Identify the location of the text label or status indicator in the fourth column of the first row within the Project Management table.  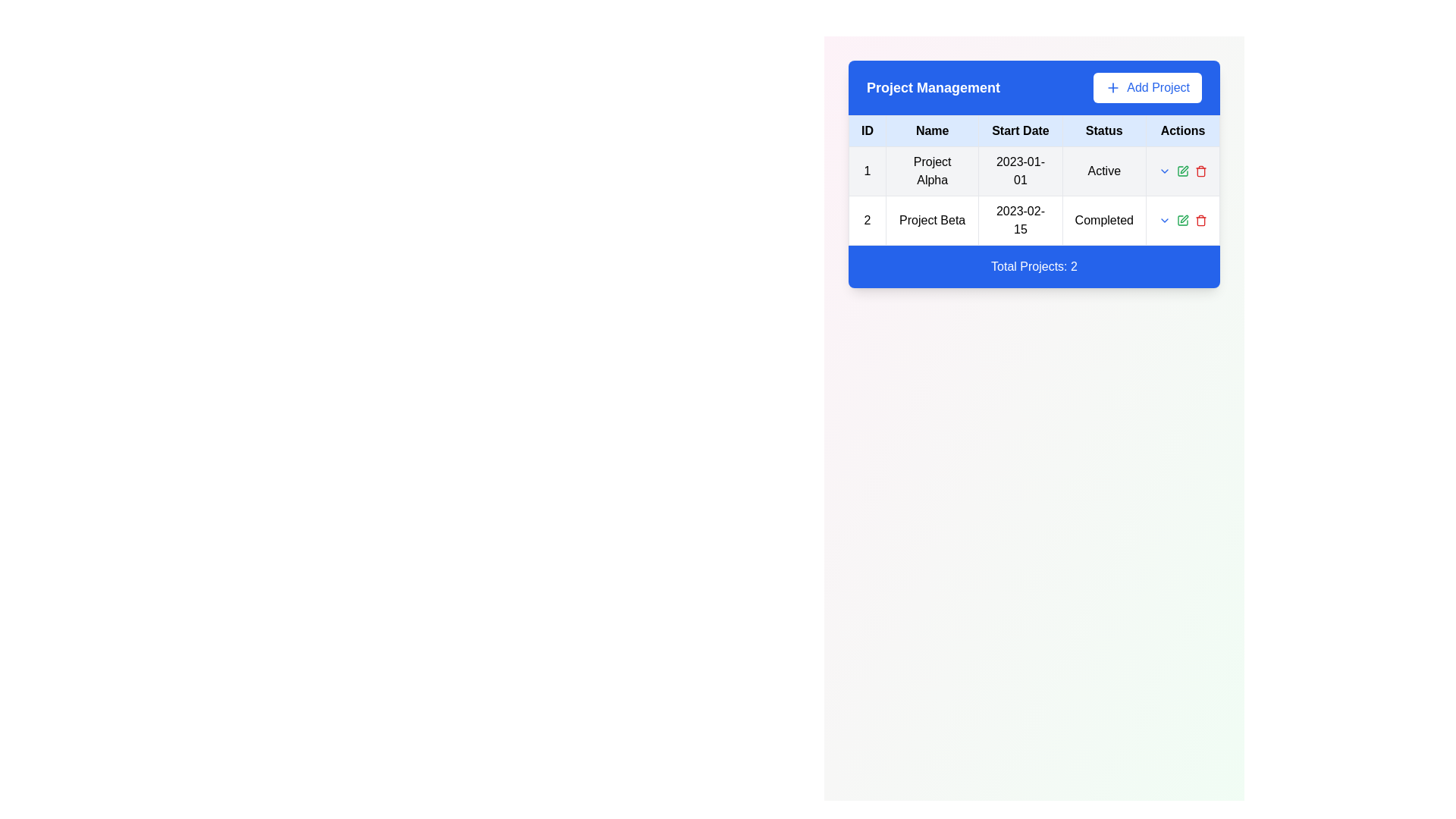
(1104, 171).